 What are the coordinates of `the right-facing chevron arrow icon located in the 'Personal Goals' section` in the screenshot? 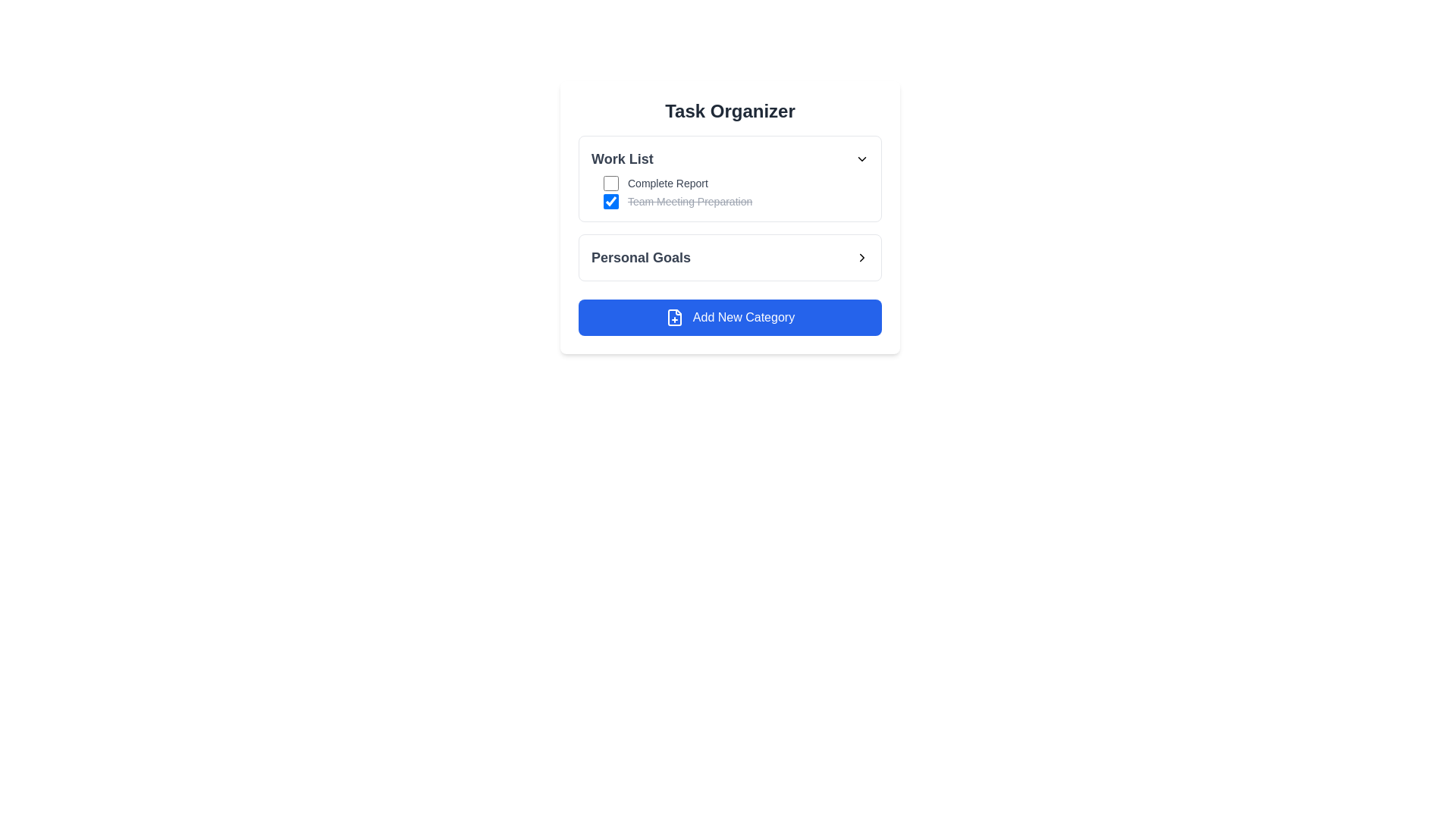 It's located at (862, 256).